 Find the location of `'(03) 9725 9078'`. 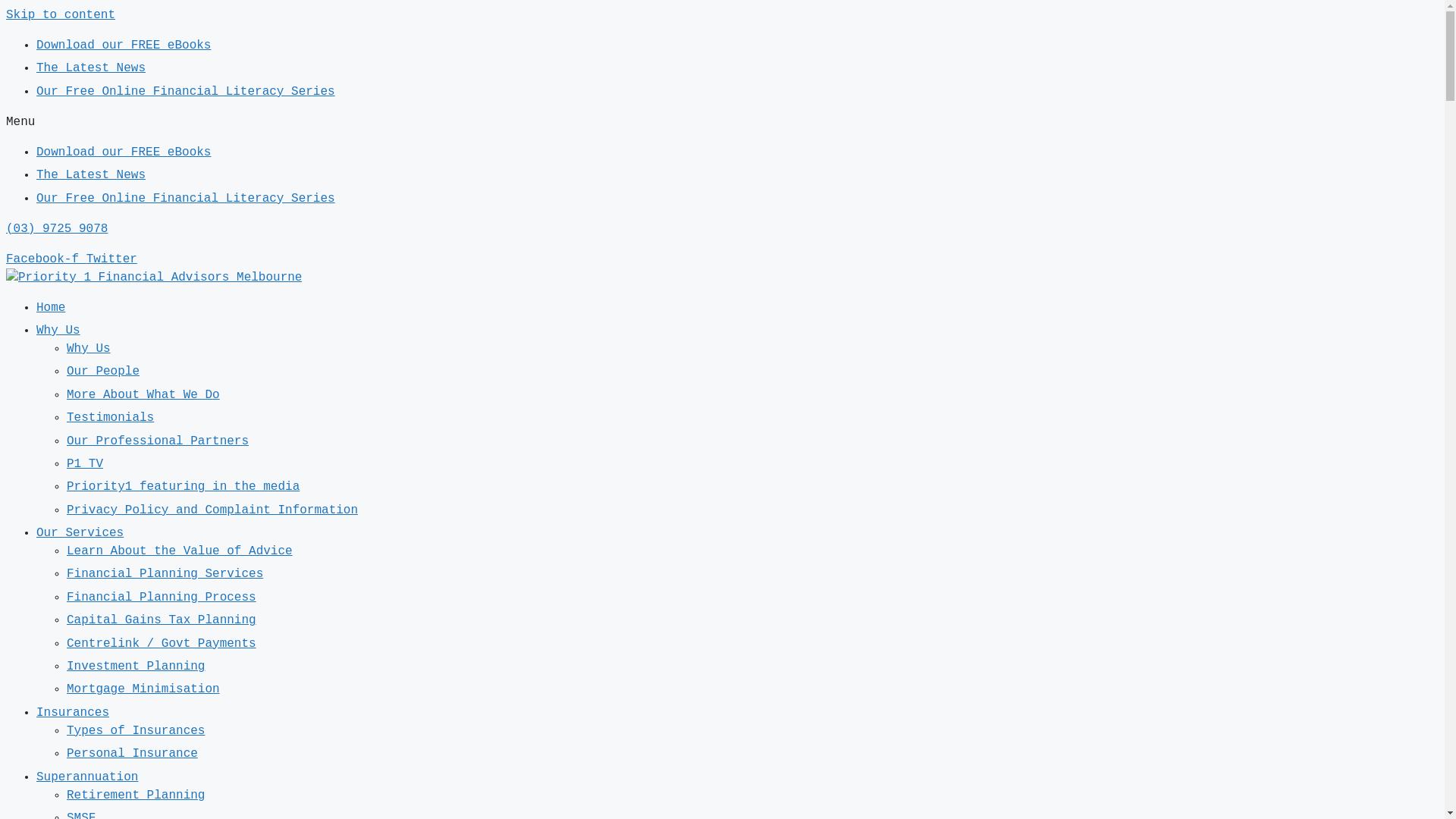

'(03) 9725 9078' is located at coordinates (57, 228).